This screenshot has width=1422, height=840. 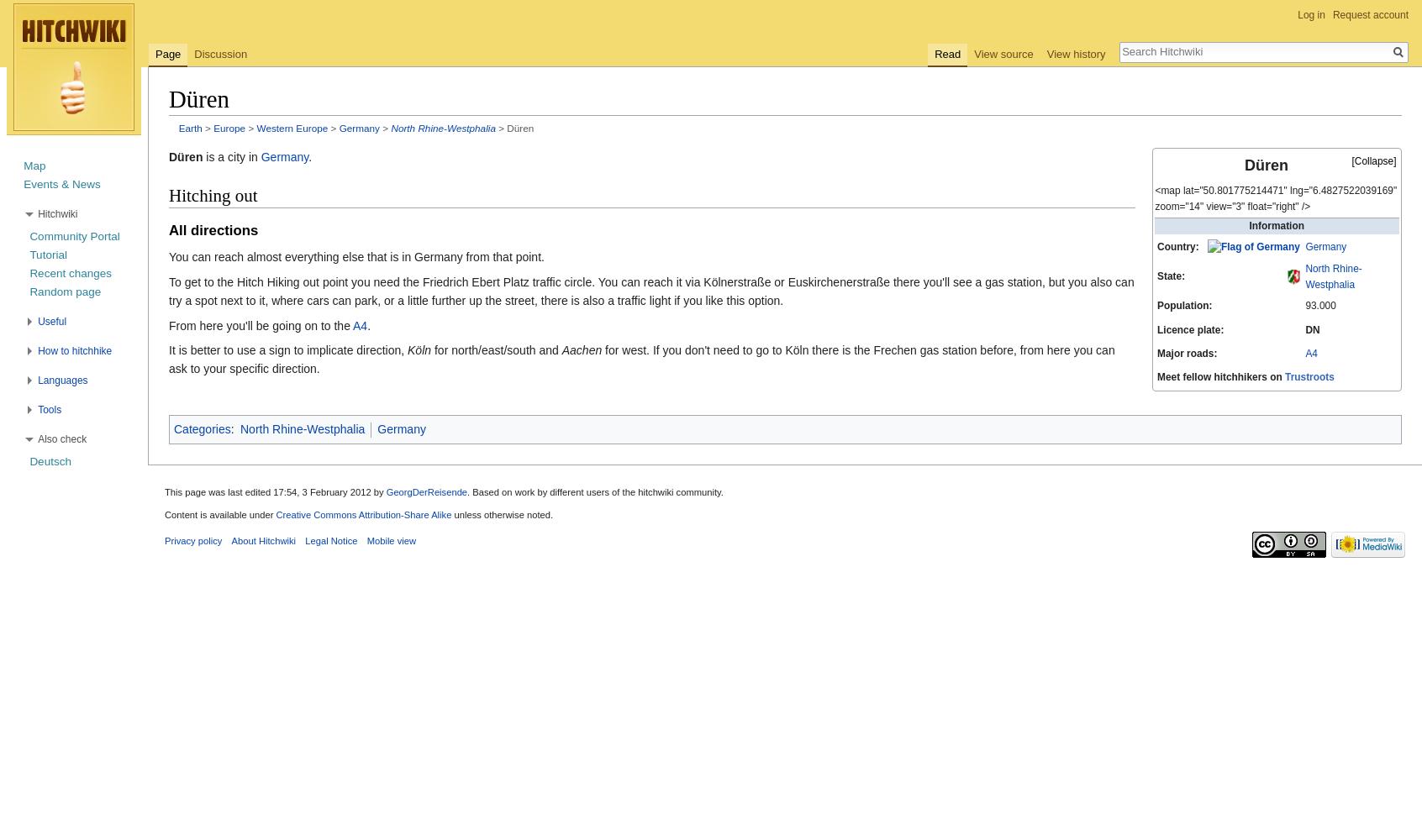 What do you see at coordinates (213, 229) in the screenshot?
I see `'All directions'` at bounding box center [213, 229].